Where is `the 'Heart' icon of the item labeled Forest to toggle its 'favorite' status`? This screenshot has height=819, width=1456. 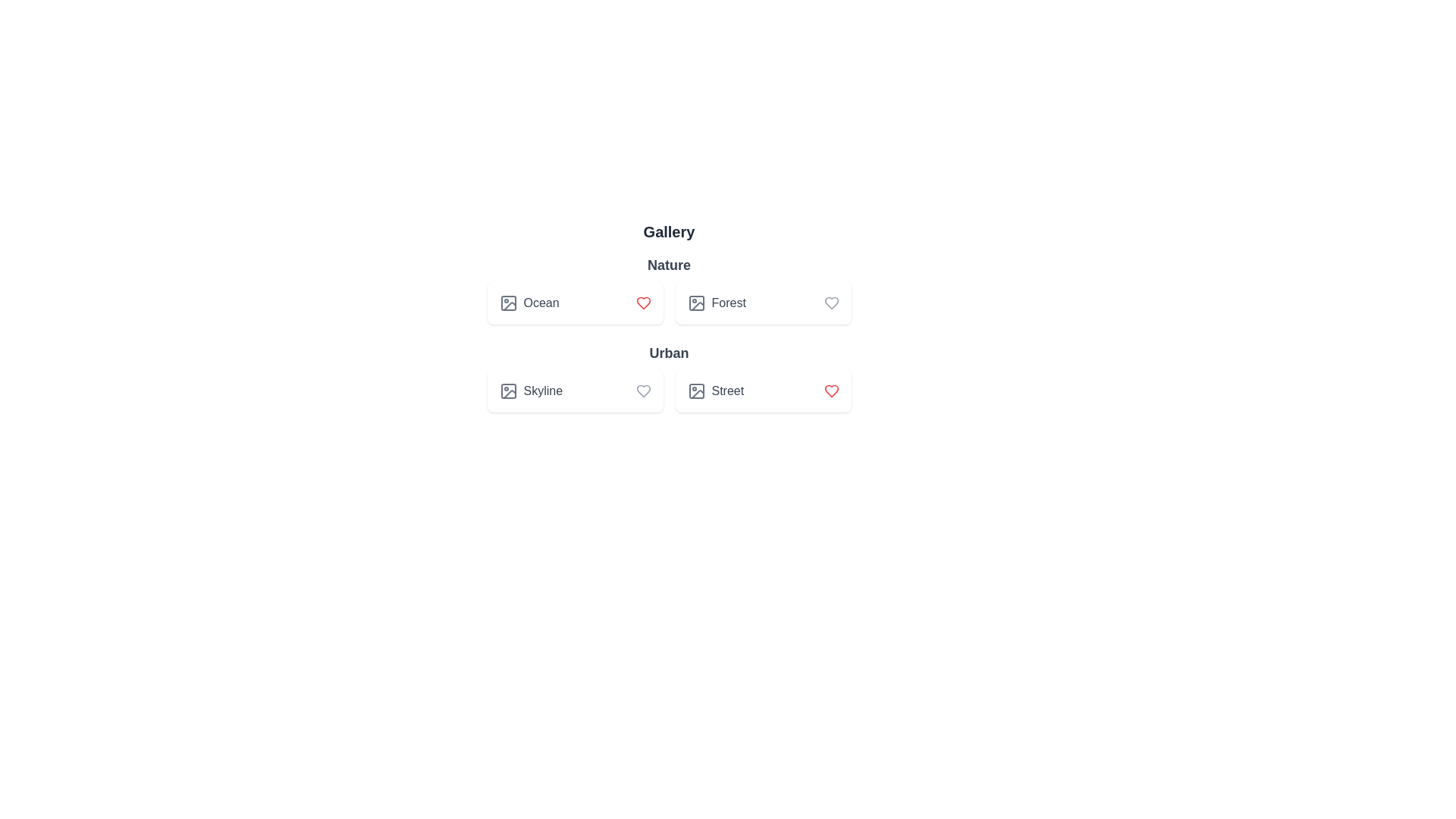 the 'Heart' icon of the item labeled Forest to toggle its 'favorite' status is located at coordinates (830, 303).